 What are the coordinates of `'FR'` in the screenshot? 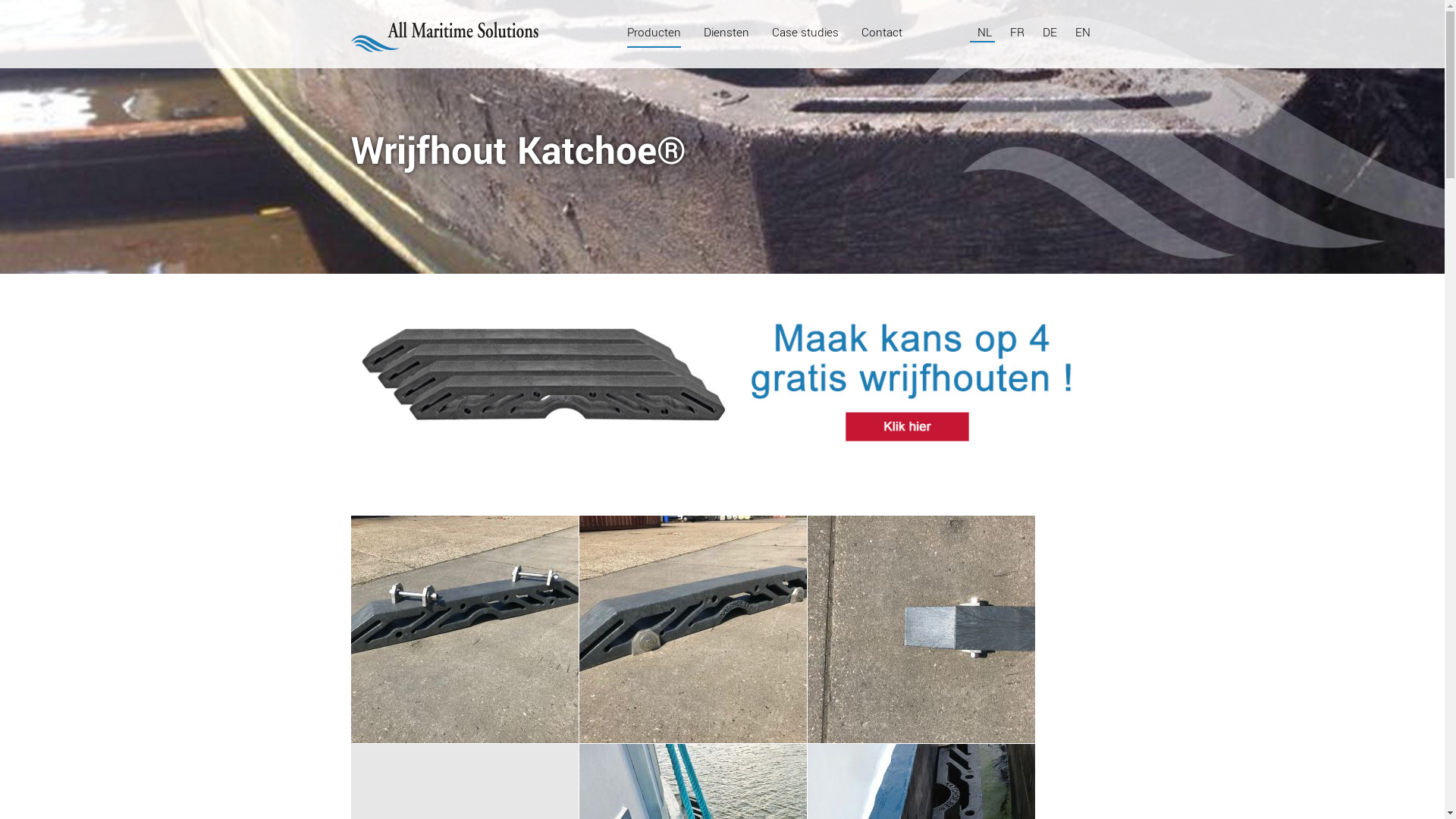 It's located at (1009, 32).